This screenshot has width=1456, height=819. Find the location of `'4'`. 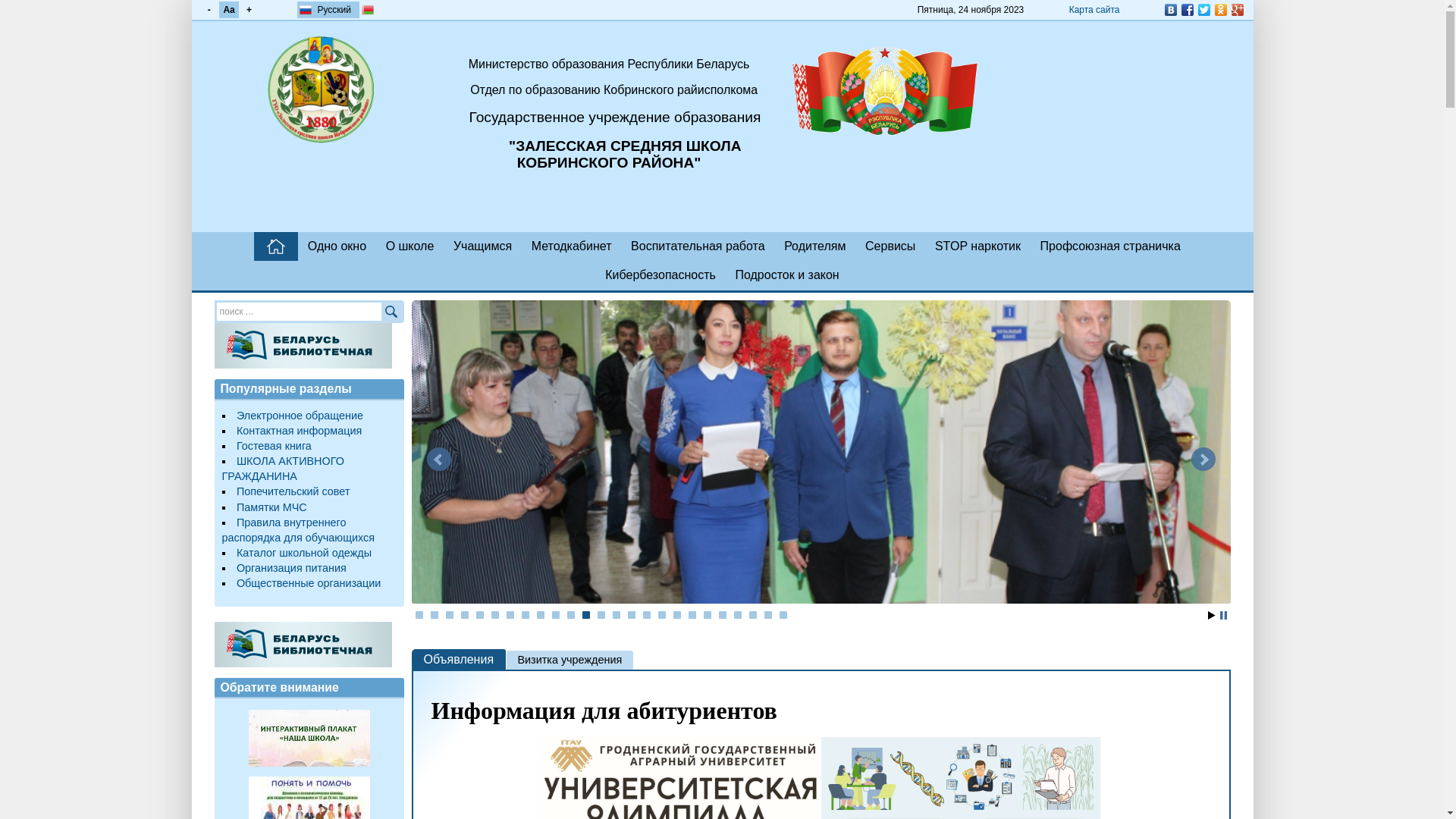

'4' is located at coordinates (464, 614).